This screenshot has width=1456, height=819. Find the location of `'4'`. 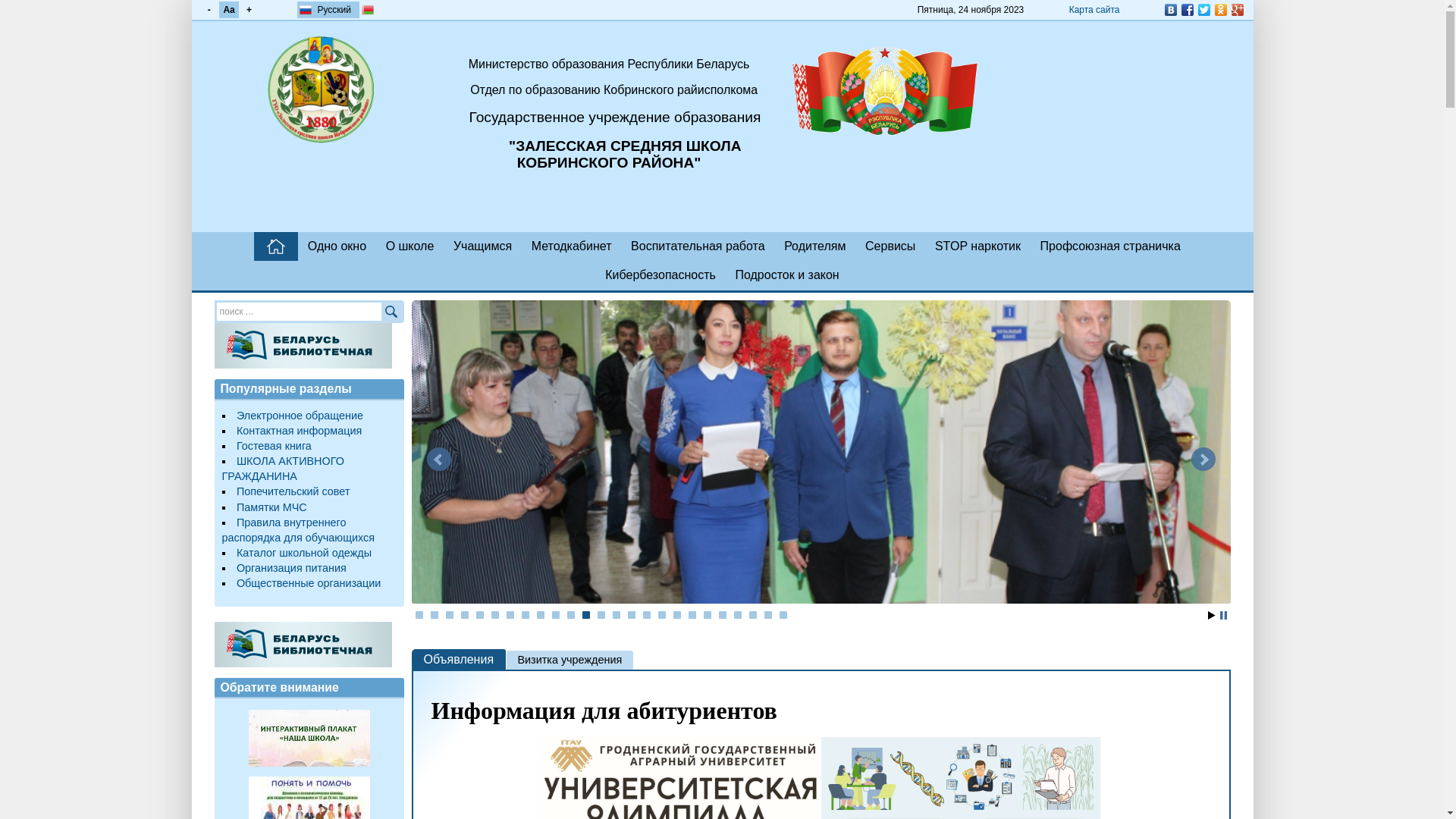

'4' is located at coordinates (464, 614).